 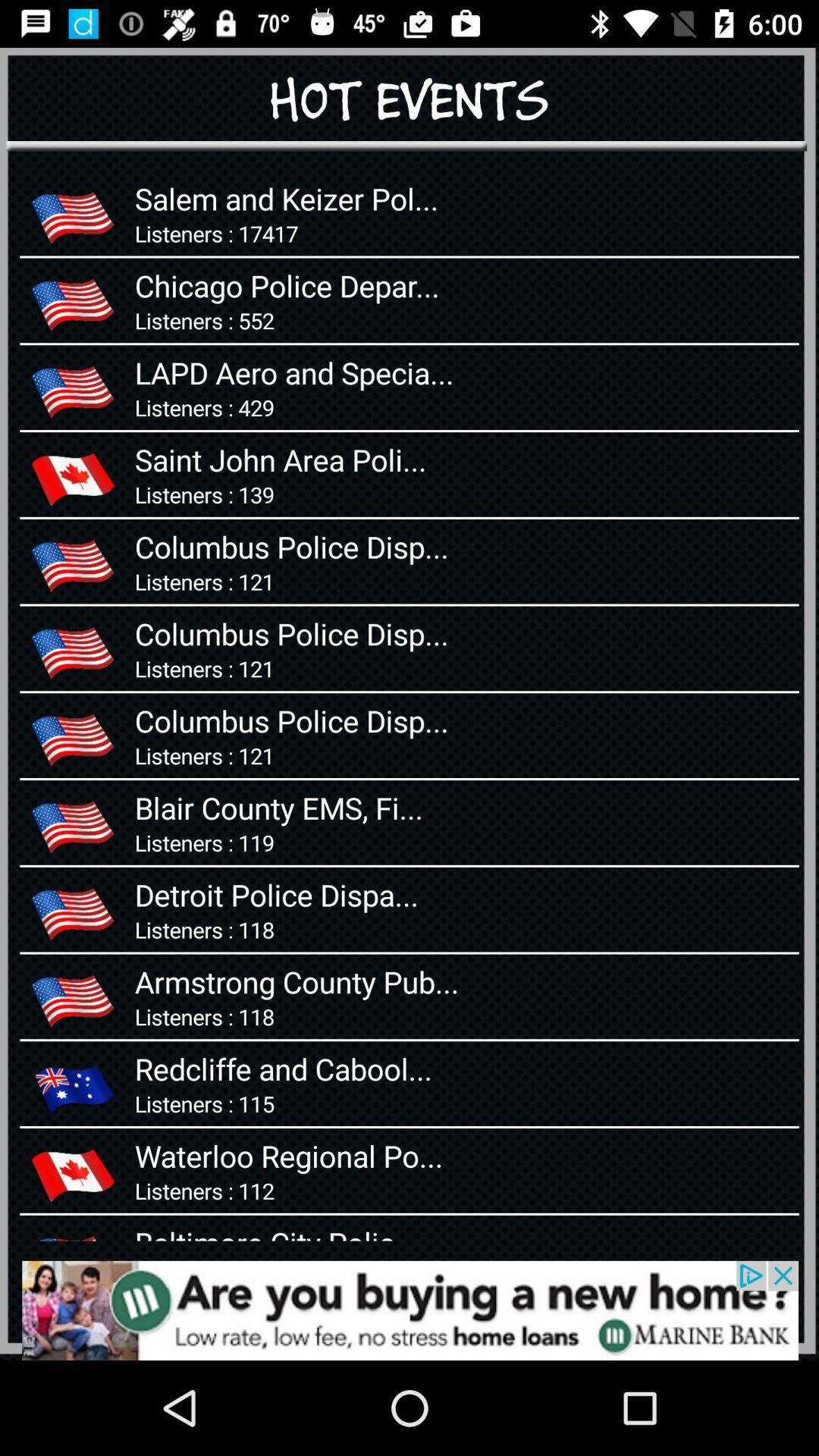 I want to click on advertisement, so click(x=409, y=1310).